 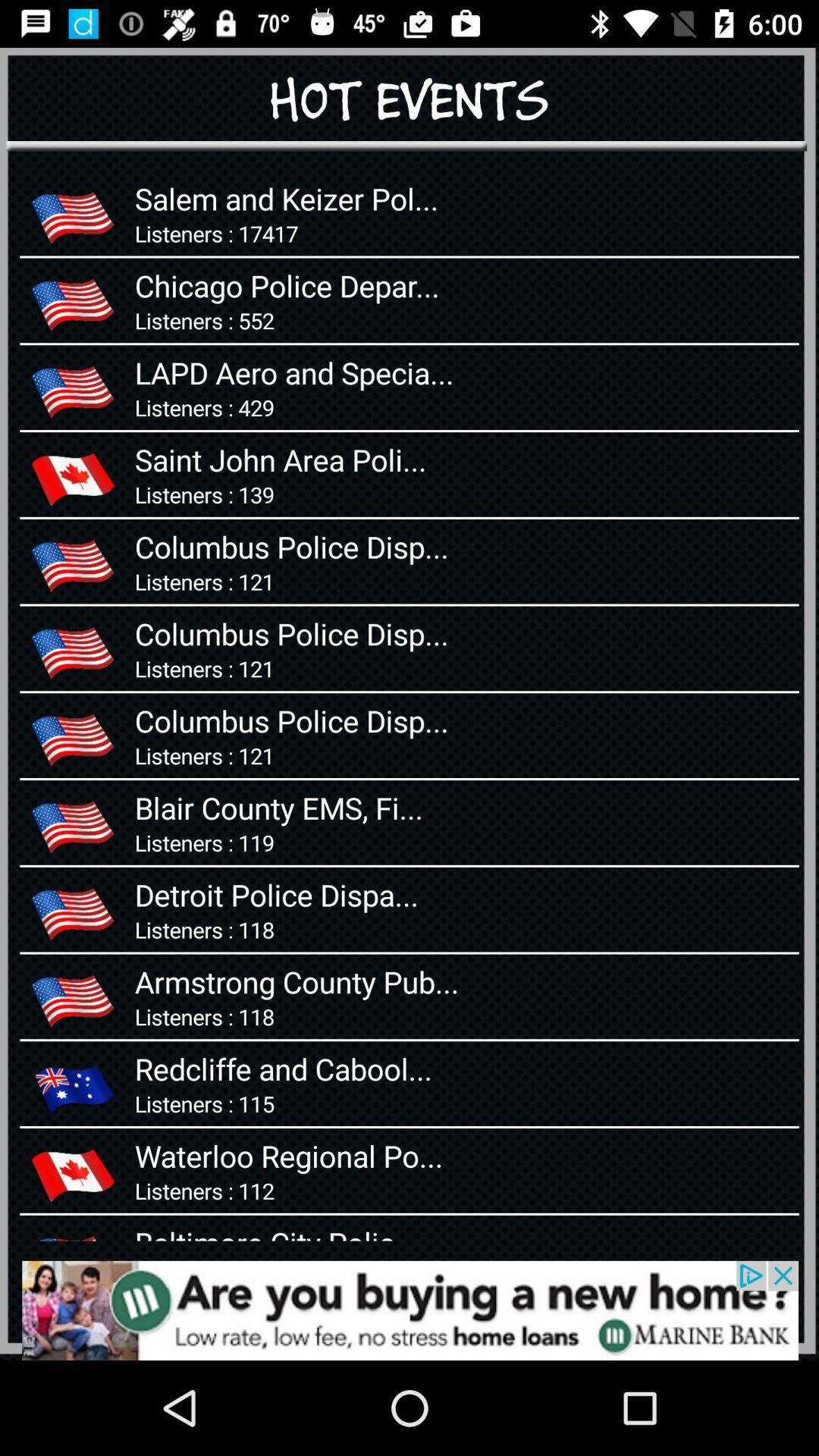 I want to click on advertisement, so click(x=409, y=1310).